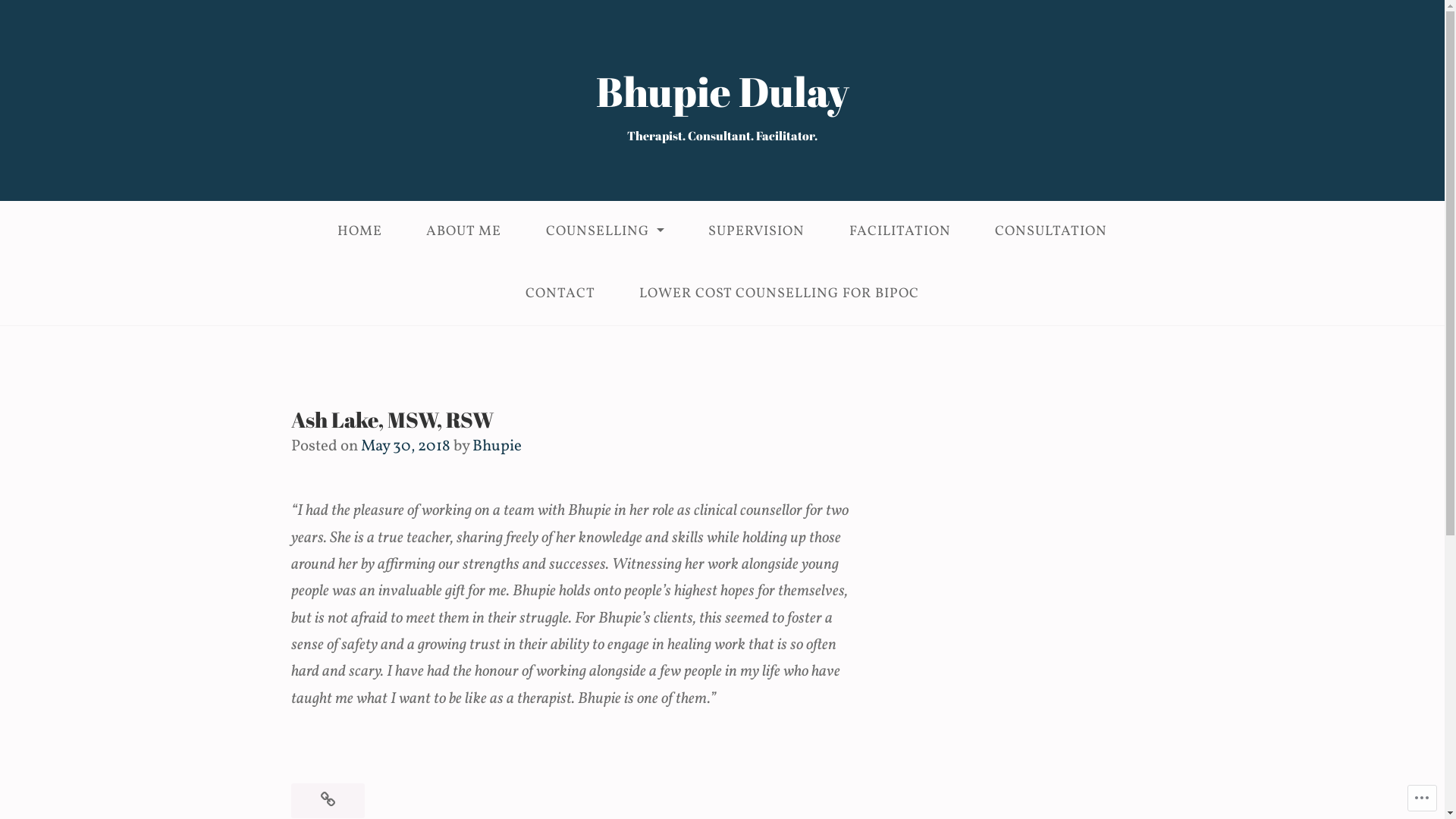 This screenshot has width=1456, height=819. What do you see at coordinates (504, 294) in the screenshot?
I see `'CONTACT'` at bounding box center [504, 294].